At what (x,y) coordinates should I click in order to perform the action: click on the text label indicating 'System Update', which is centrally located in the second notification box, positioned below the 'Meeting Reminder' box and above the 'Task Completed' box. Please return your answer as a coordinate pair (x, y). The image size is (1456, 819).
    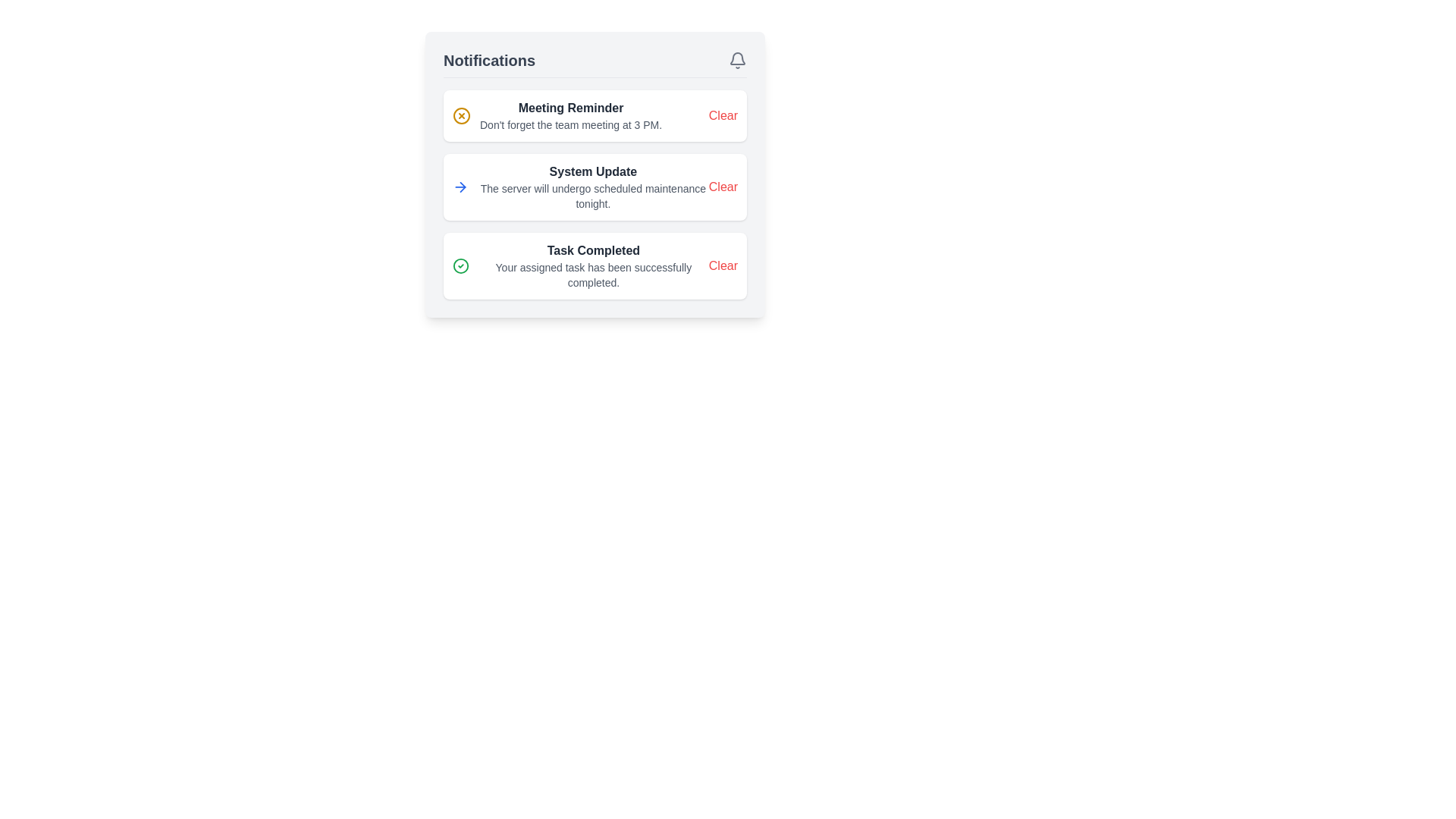
    Looking at the image, I should click on (592, 171).